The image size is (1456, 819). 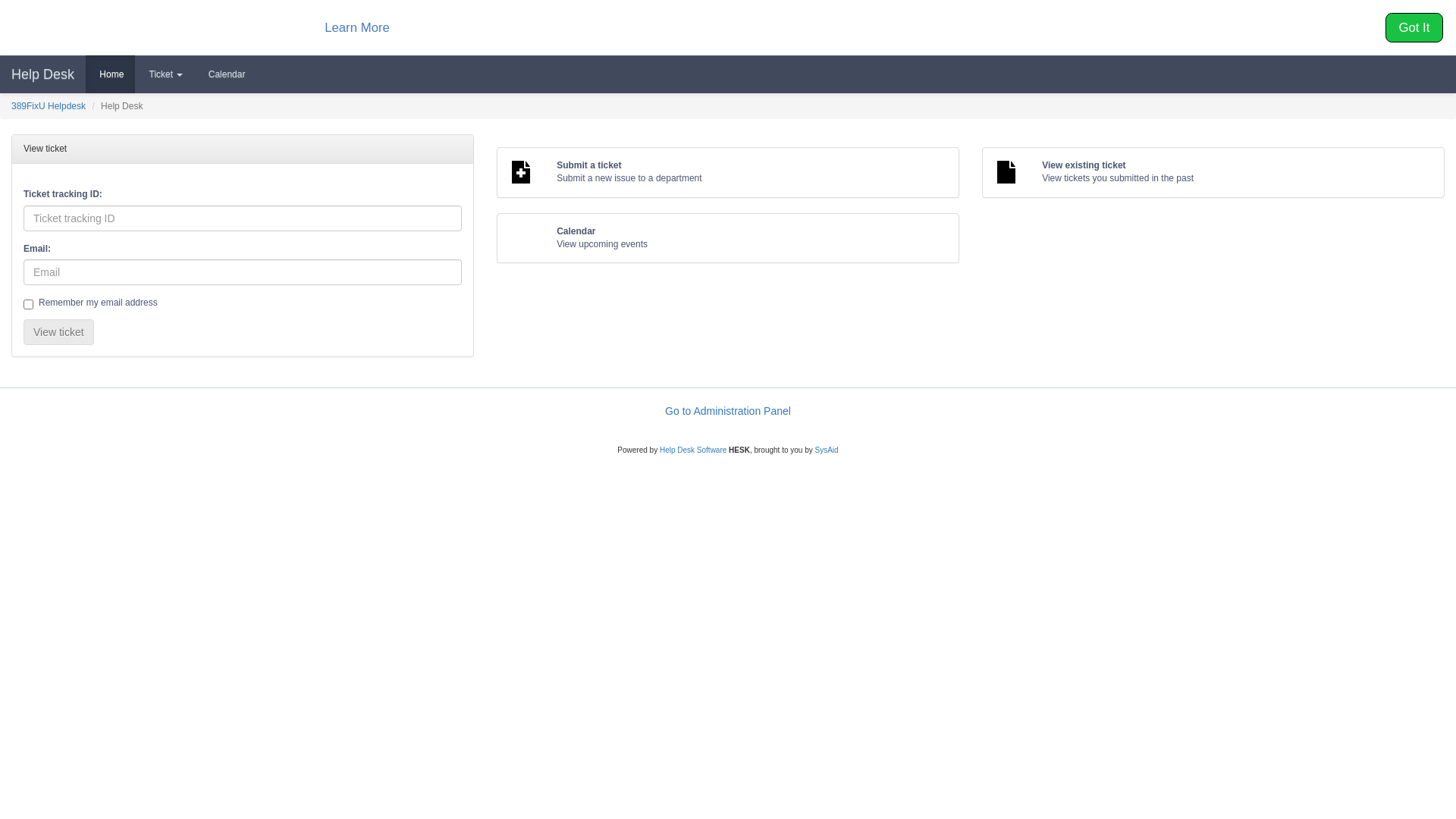 What do you see at coordinates (665, 411) in the screenshot?
I see `'Go to Administration Panel'` at bounding box center [665, 411].